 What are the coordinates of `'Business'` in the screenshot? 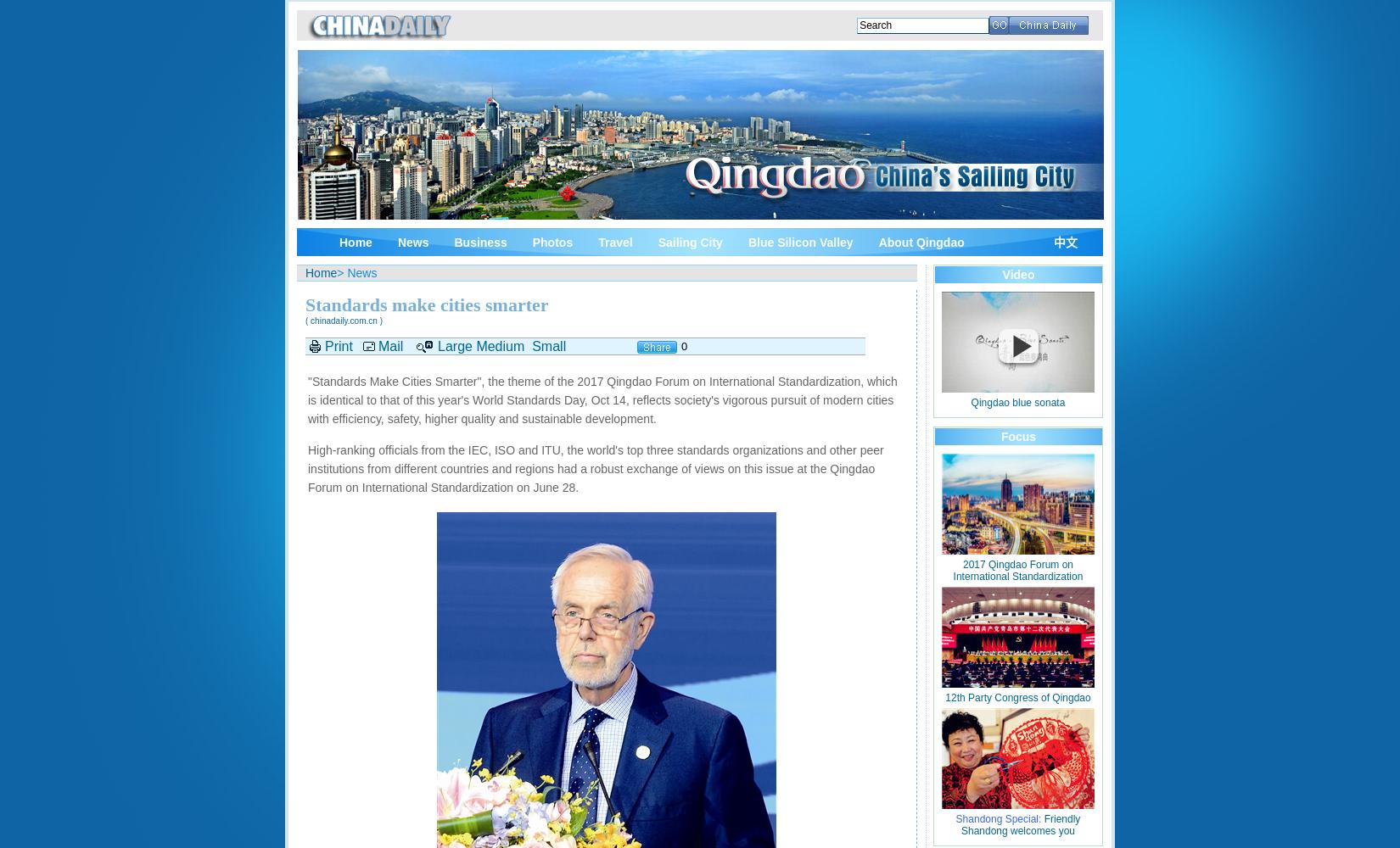 It's located at (479, 243).